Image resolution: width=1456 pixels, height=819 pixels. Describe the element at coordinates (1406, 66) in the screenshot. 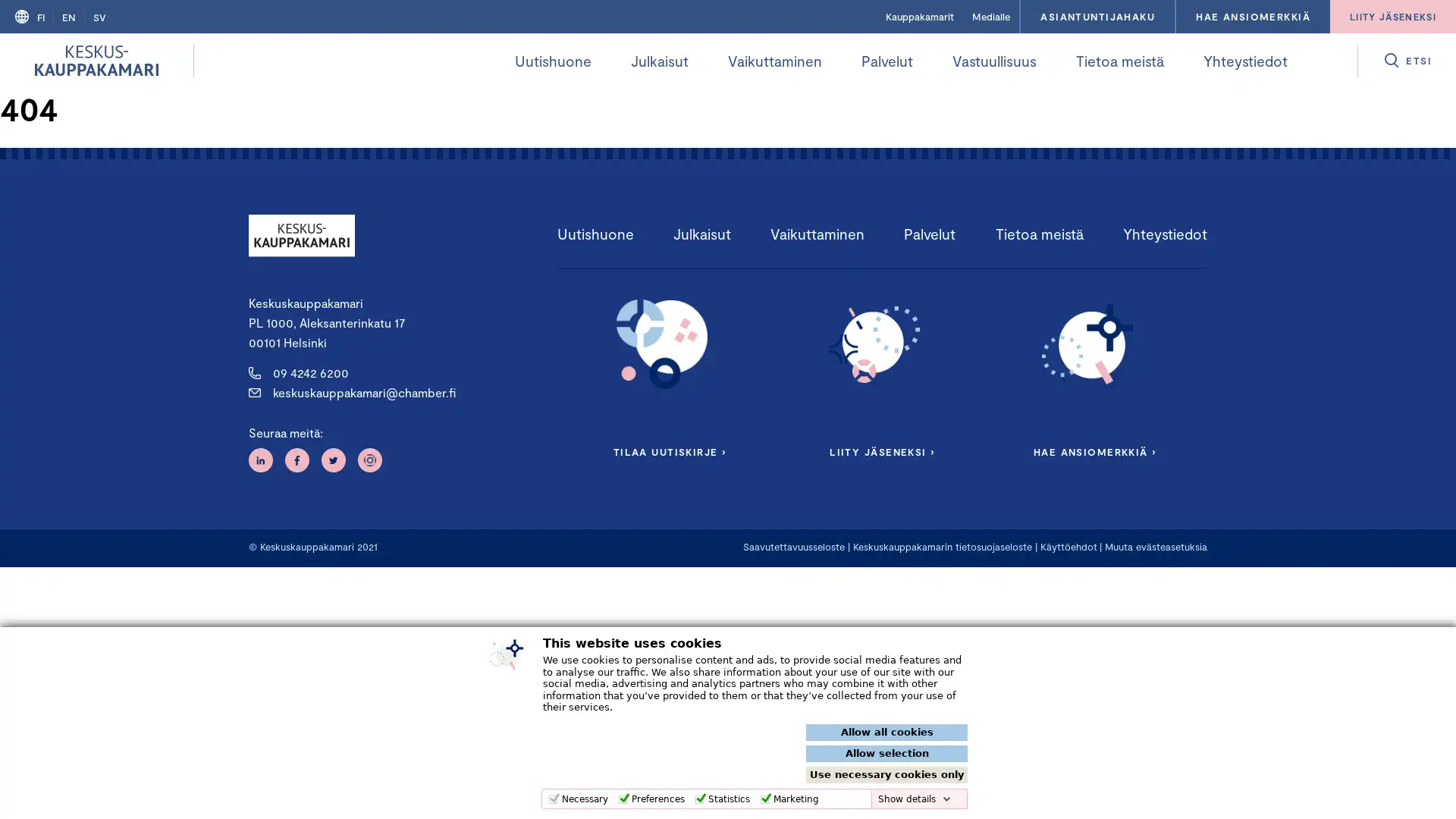

I see `Avaa etsi valikko` at that location.